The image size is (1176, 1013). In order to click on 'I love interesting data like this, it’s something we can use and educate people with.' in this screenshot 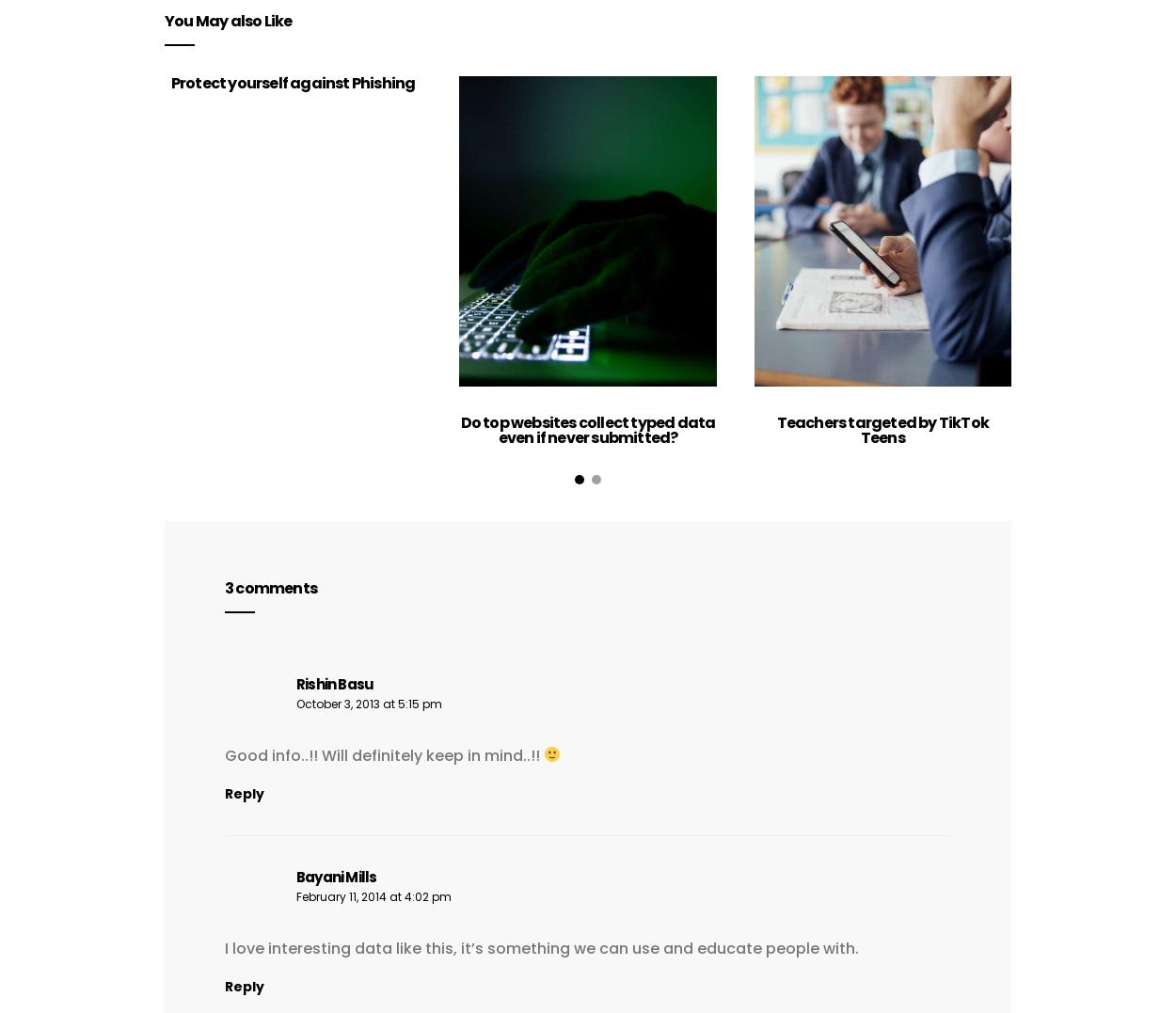, I will do `click(541, 946)`.